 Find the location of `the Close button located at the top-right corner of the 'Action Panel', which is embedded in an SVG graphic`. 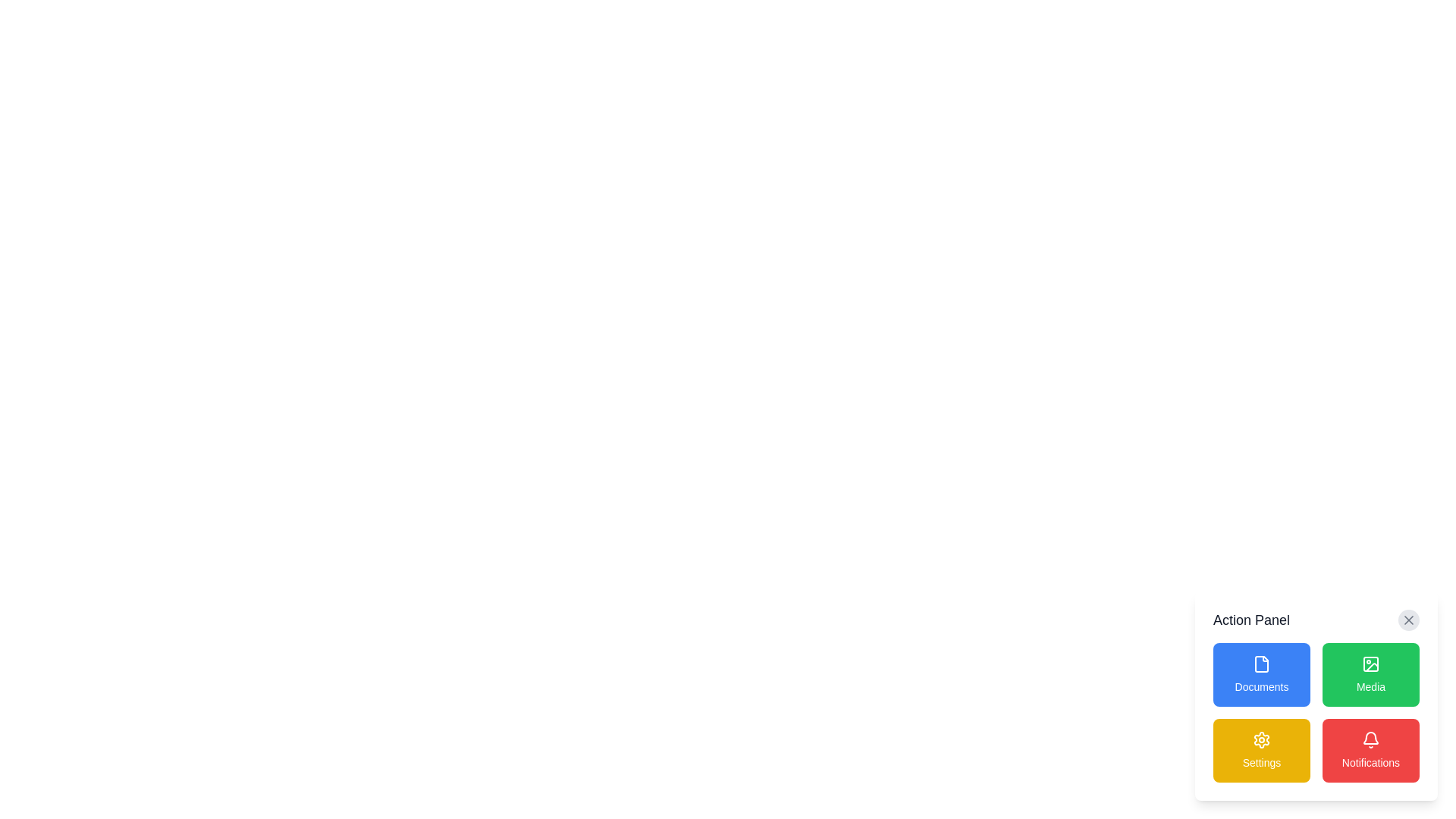

the Close button located at the top-right corner of the 'Action Panel', which is embedded in an SVG graphic is located at coordinates (1407, 620).